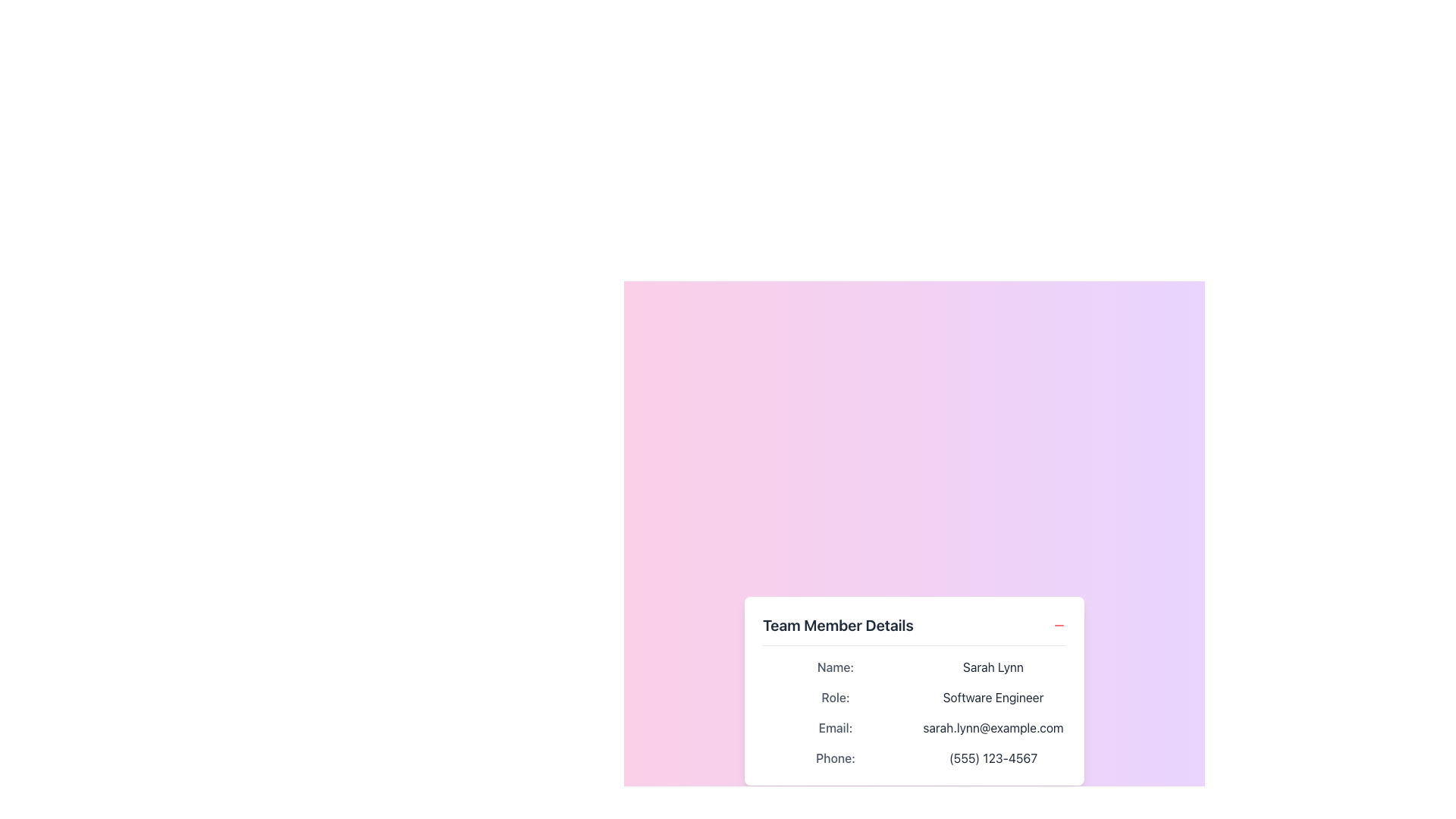  Describe the element at coordinates (993, 758) in the screenshot. I see `the phone number display element located at the bottom-right corner of the contact information section, which follows the 'Phone:' label` at that location.